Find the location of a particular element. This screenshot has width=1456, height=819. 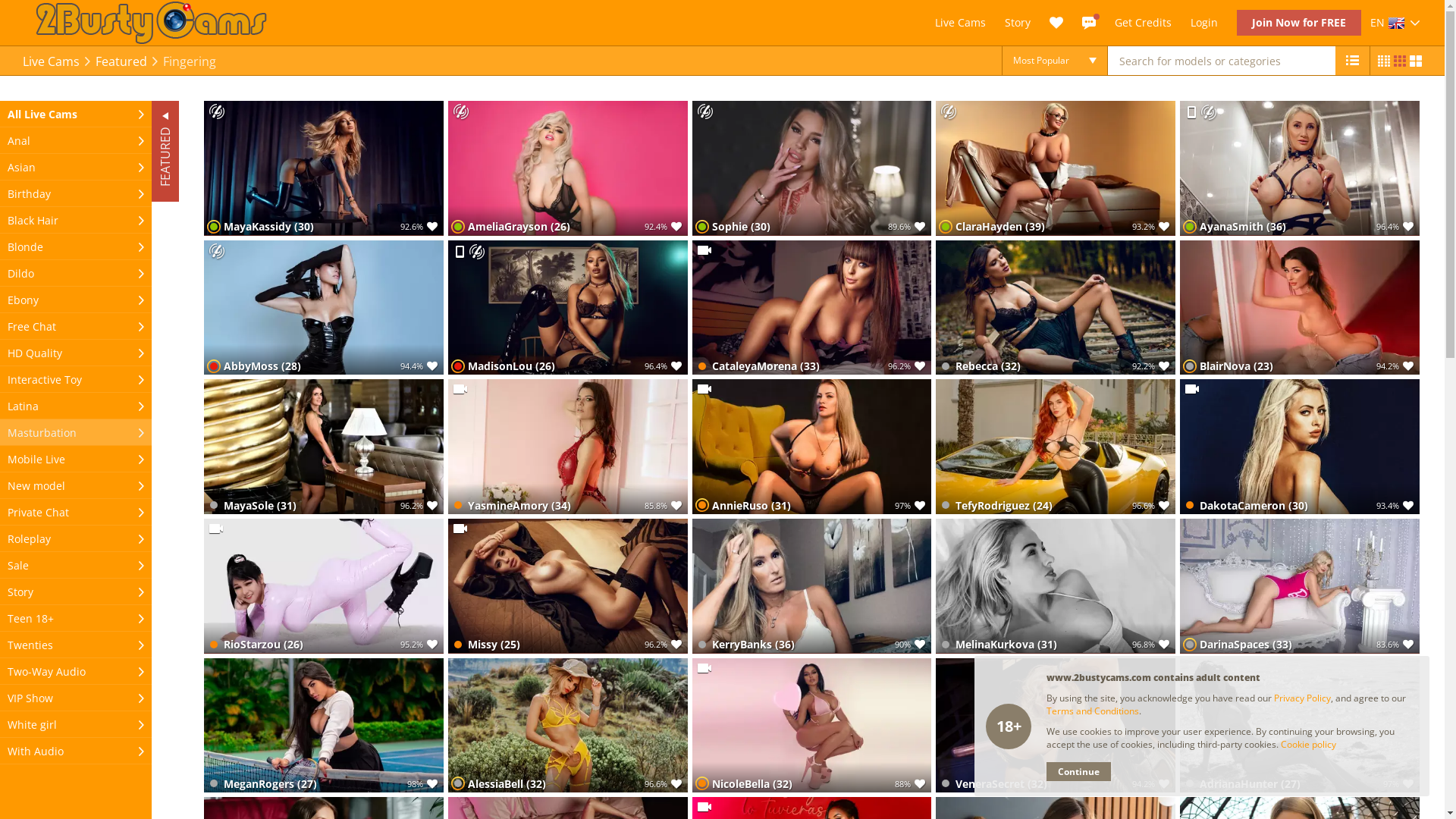

'AnnieRuso (31) is located at coordinates (811, 446).